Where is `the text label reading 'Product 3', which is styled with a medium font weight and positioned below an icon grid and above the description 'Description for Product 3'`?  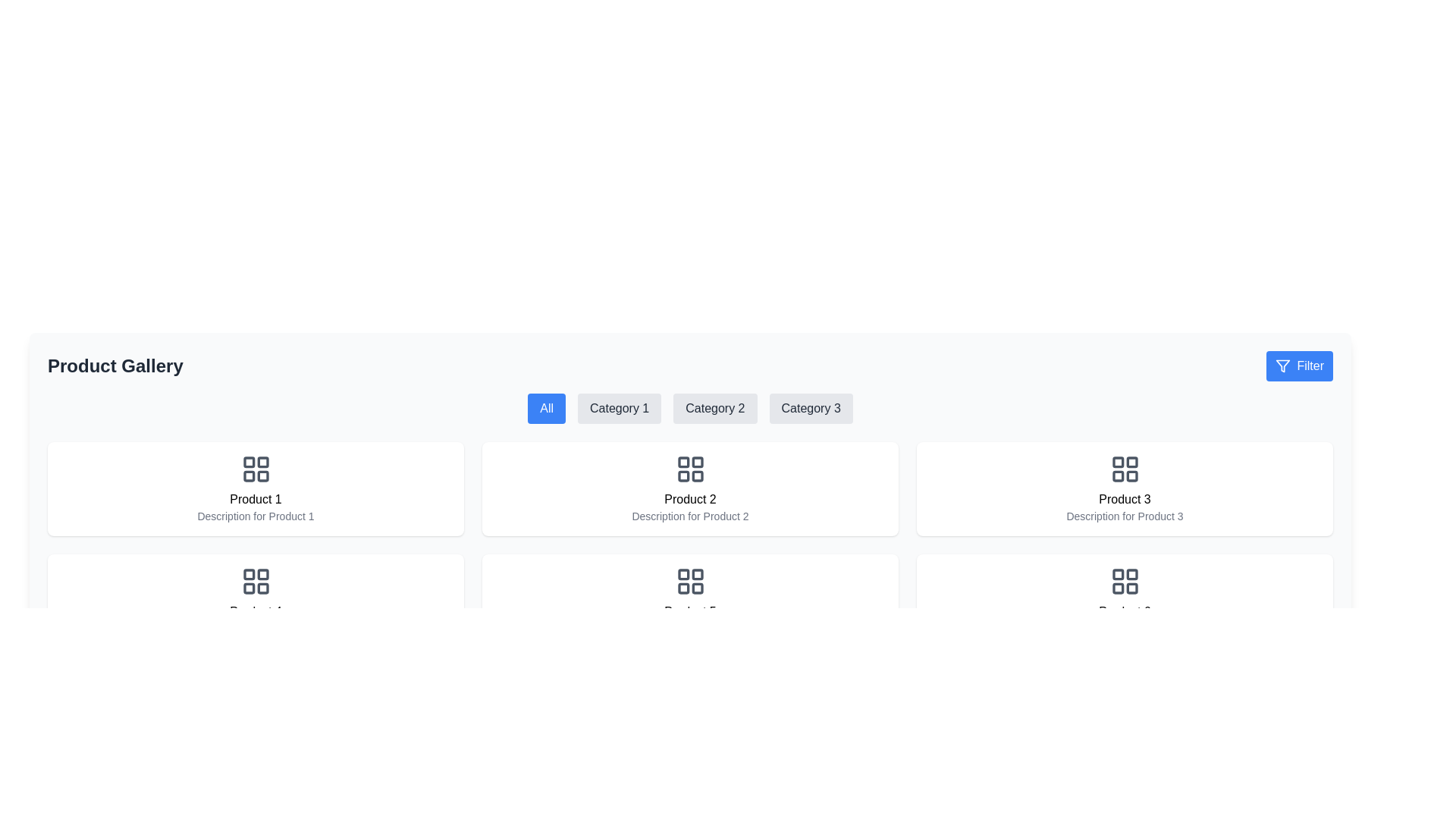 the text label reading 'Product 3', which is styled with a medium font weight and positioned below an icon grid and above the description 'Description for Product 3' is located at coordinates (1125, 500).